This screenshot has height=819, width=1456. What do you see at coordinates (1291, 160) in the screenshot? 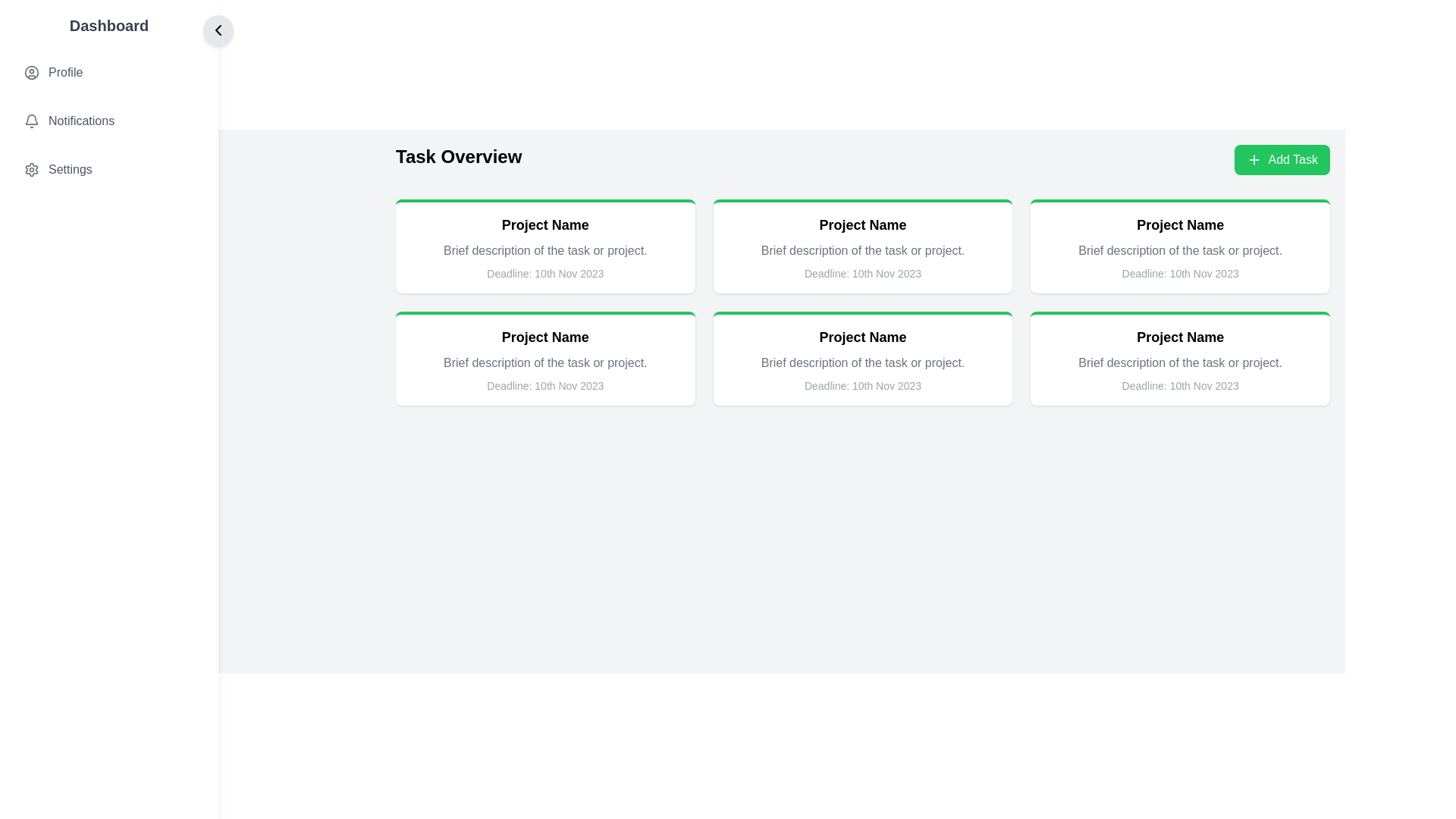
I see `the 'Add Task' button located at the top-right corner of the main panel, which has a green background and rounded corners` at bounding box center [1291, 160].